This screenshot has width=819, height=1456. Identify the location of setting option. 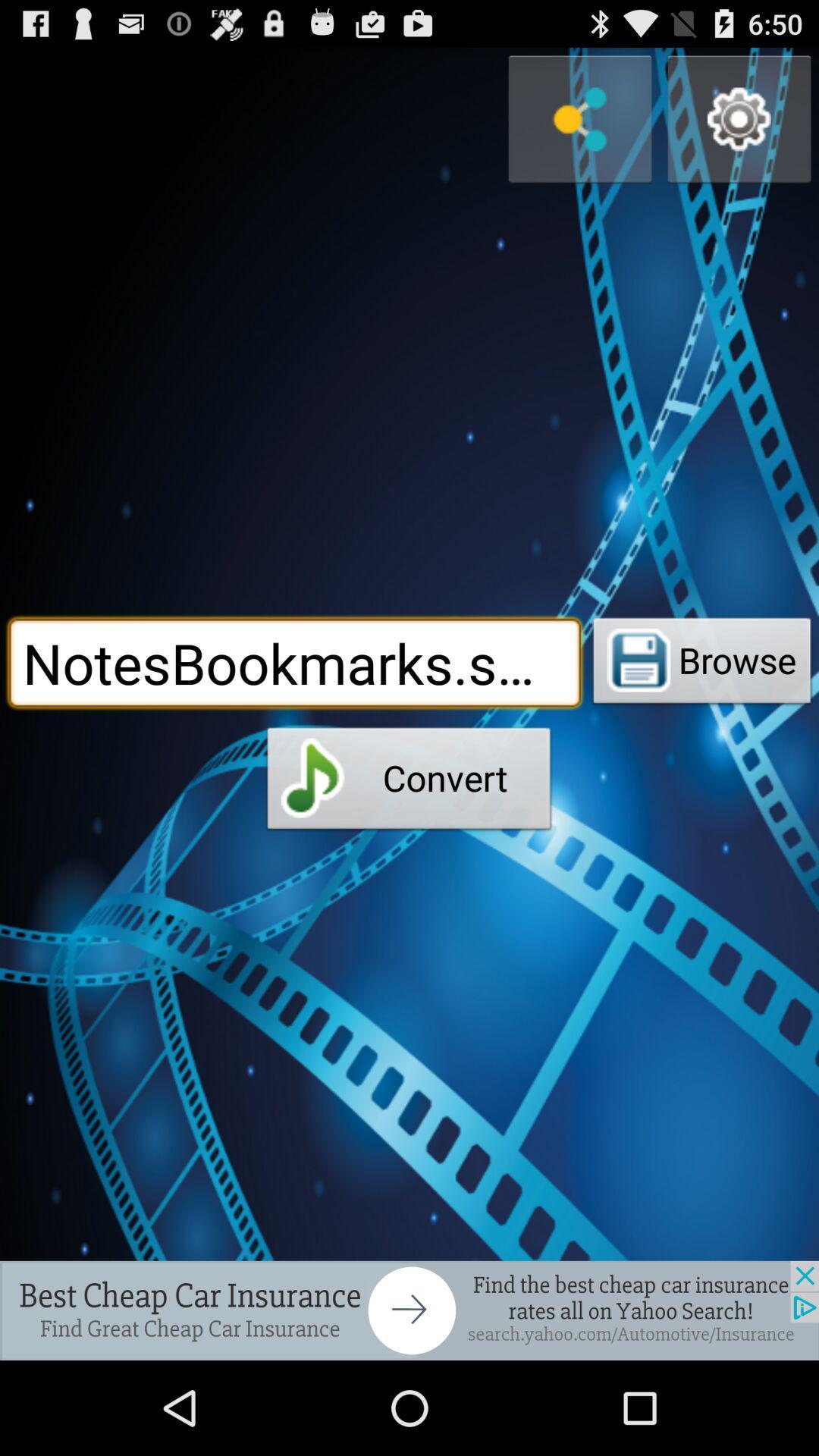
(739, 118).